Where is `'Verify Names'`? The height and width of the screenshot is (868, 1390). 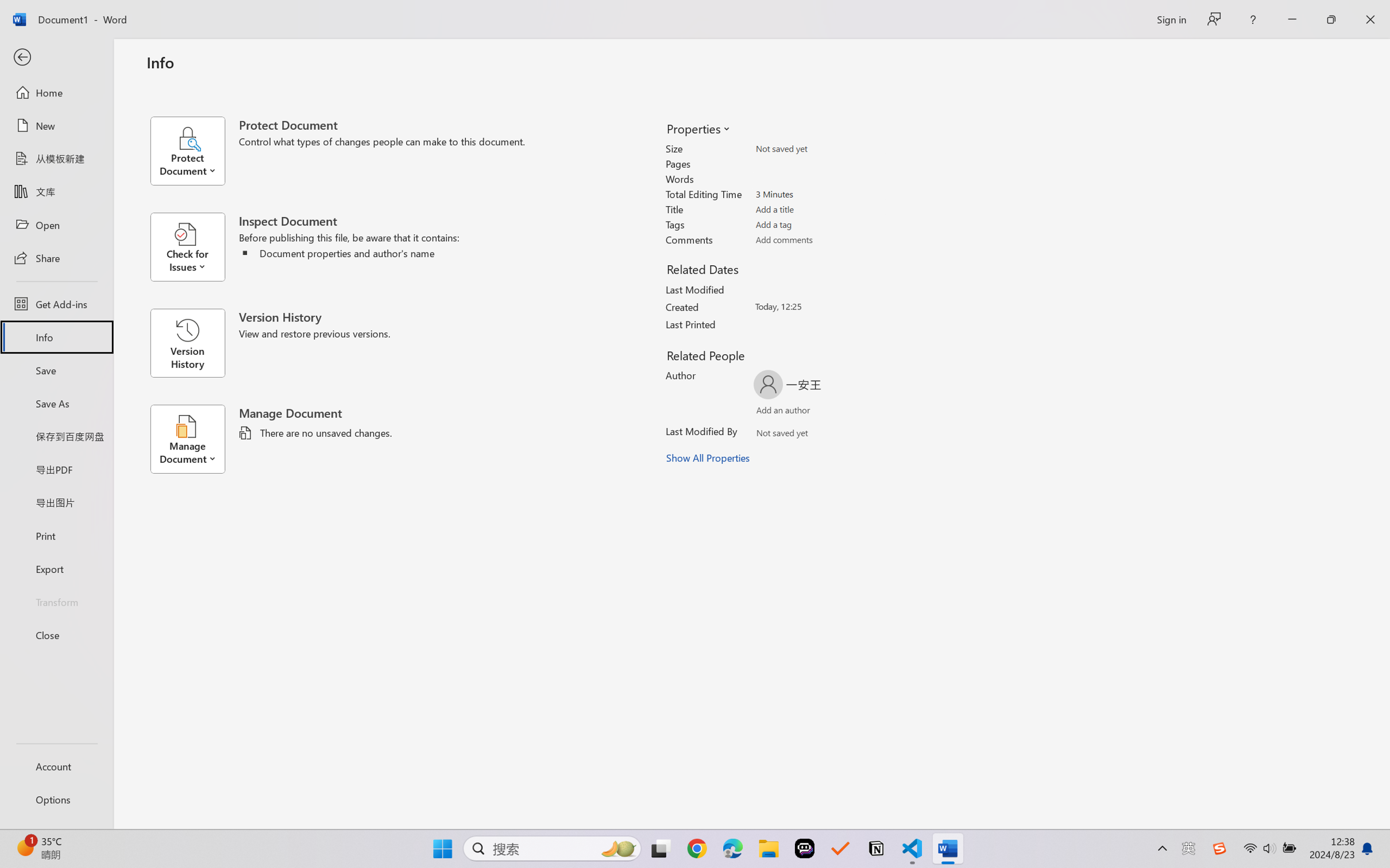
'Verify Names' is located at coordinates (802, 434).